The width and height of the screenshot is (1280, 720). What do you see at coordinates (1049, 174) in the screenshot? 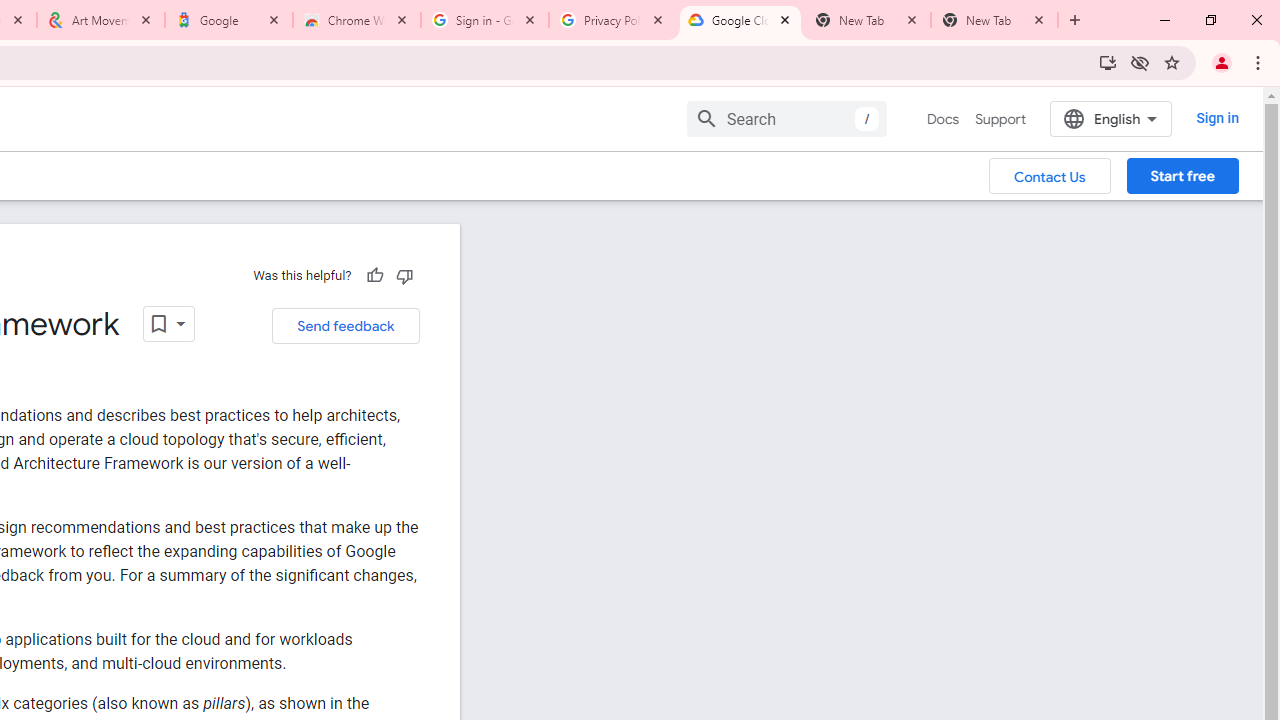
I see `'Contact Us'` at bounding box center [1049, 174].